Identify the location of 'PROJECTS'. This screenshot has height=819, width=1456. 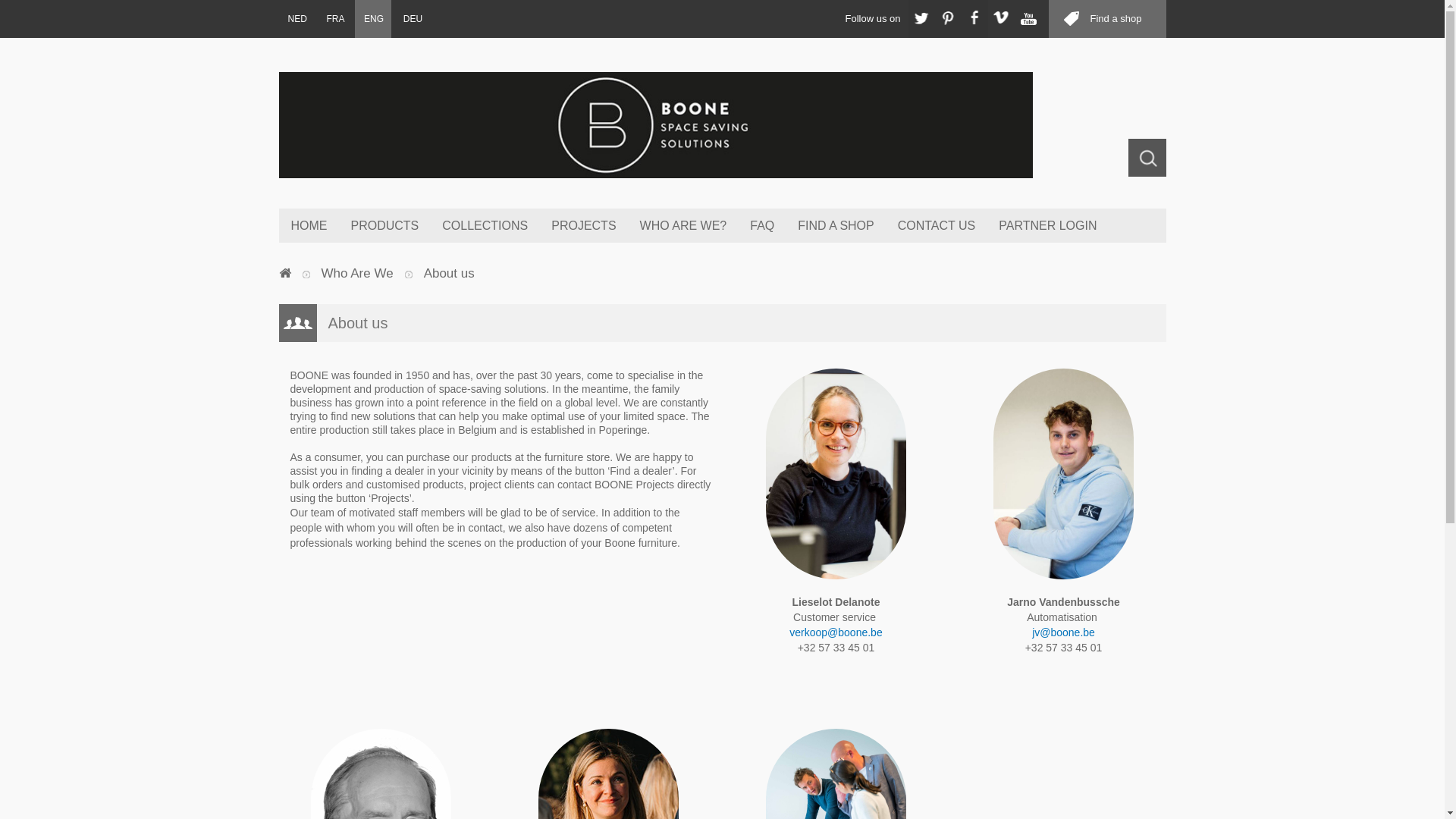
(582, 225).